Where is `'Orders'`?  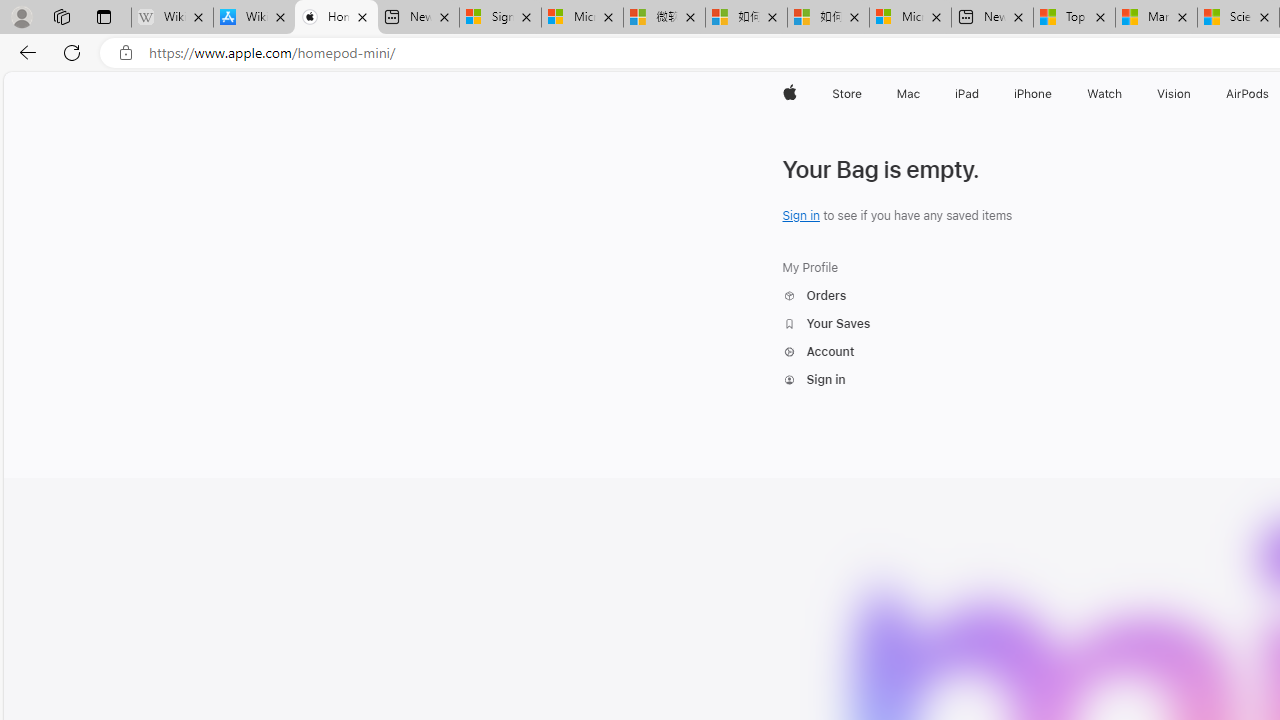
'Orders' is located at coordinates (814, 295).